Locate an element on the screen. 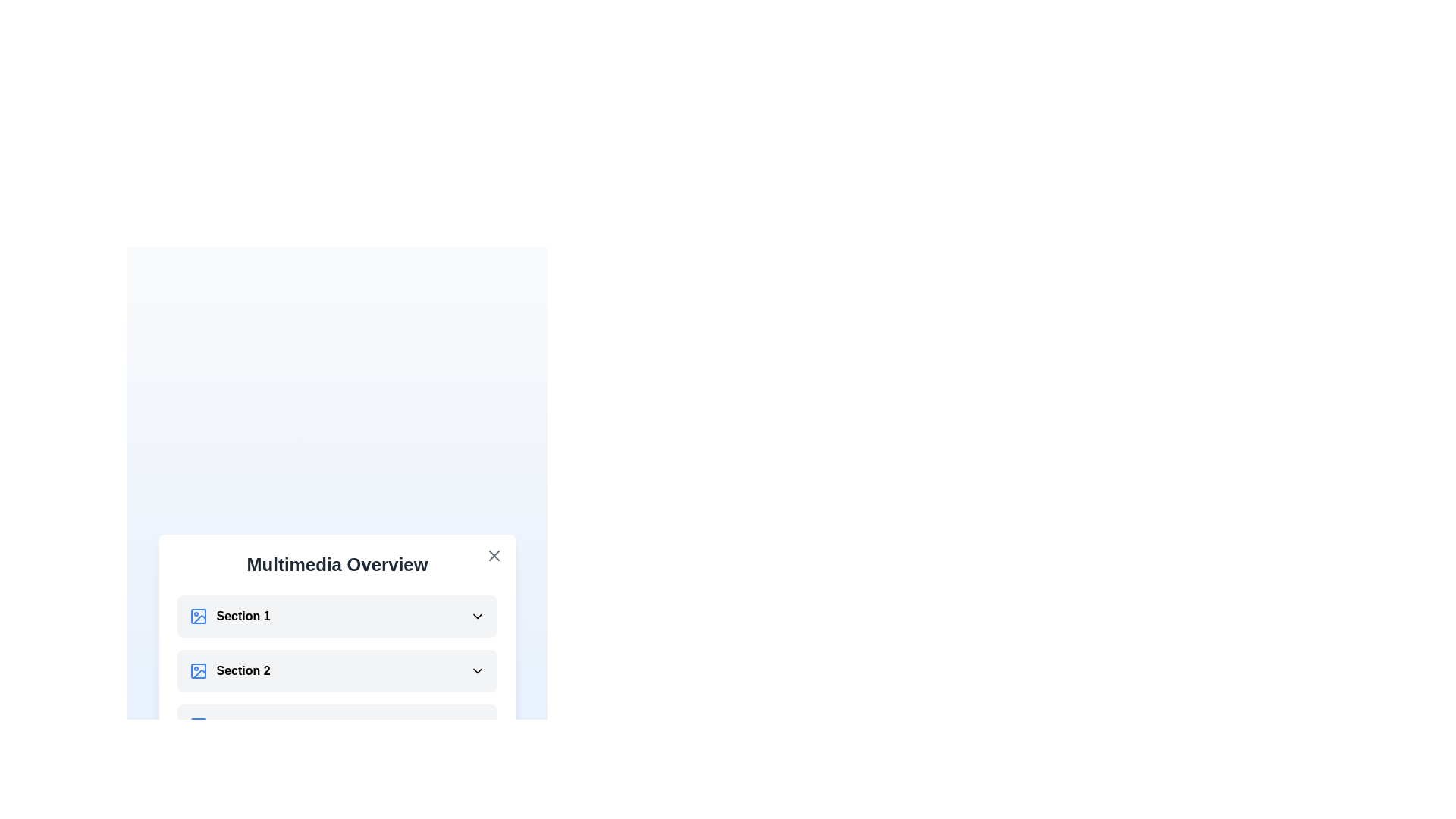 The width and height of the screenshot is (1456, 819). the close button located at the top-right corner of the 'Multimedia Overview' modal is located at coordinates (494, 555).